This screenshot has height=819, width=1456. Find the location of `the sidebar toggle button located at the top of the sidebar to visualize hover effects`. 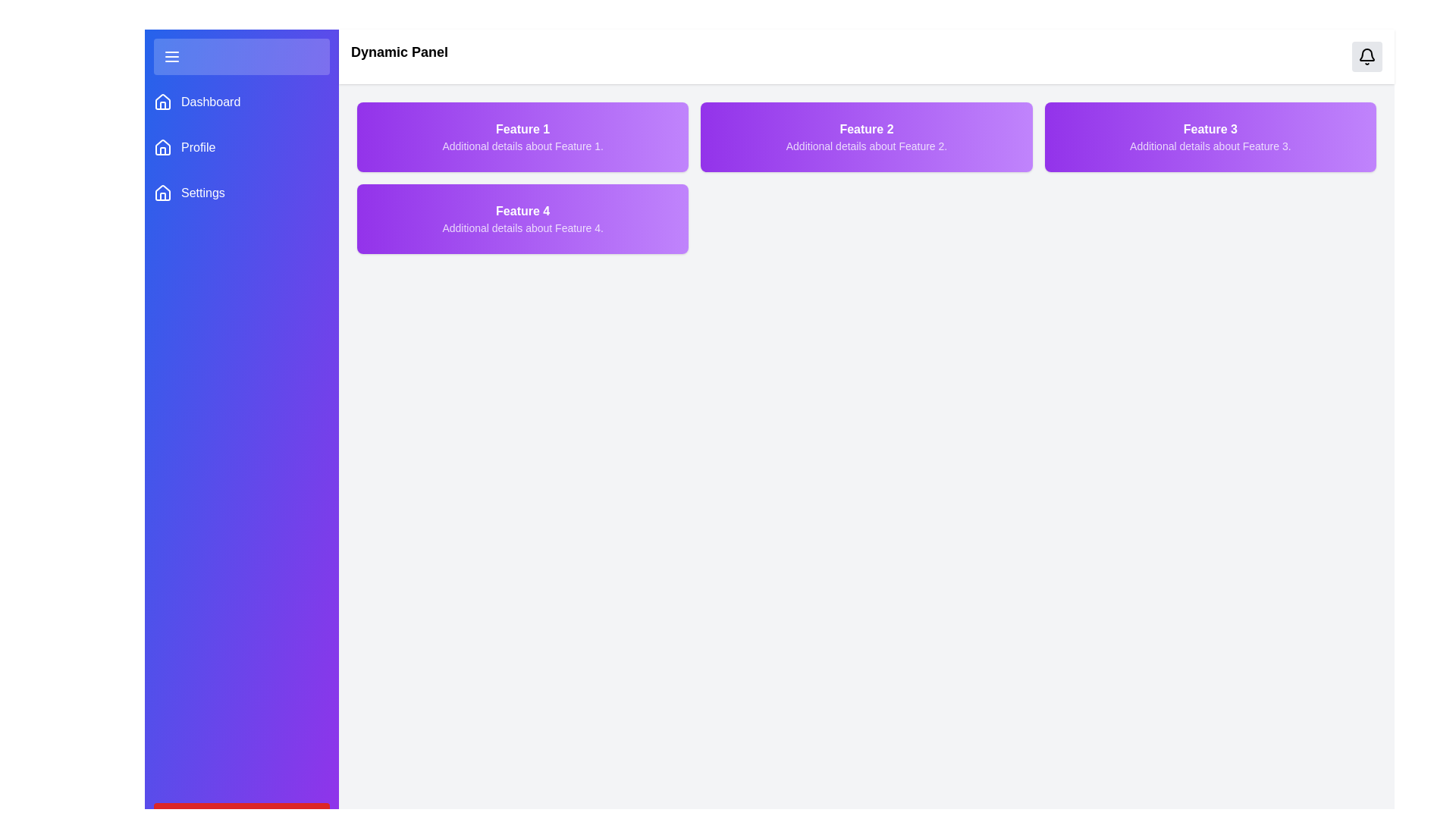

the sidebar toggle button located at the top of the sidebar to visualize hover effects is located at coordinates (240, 55).